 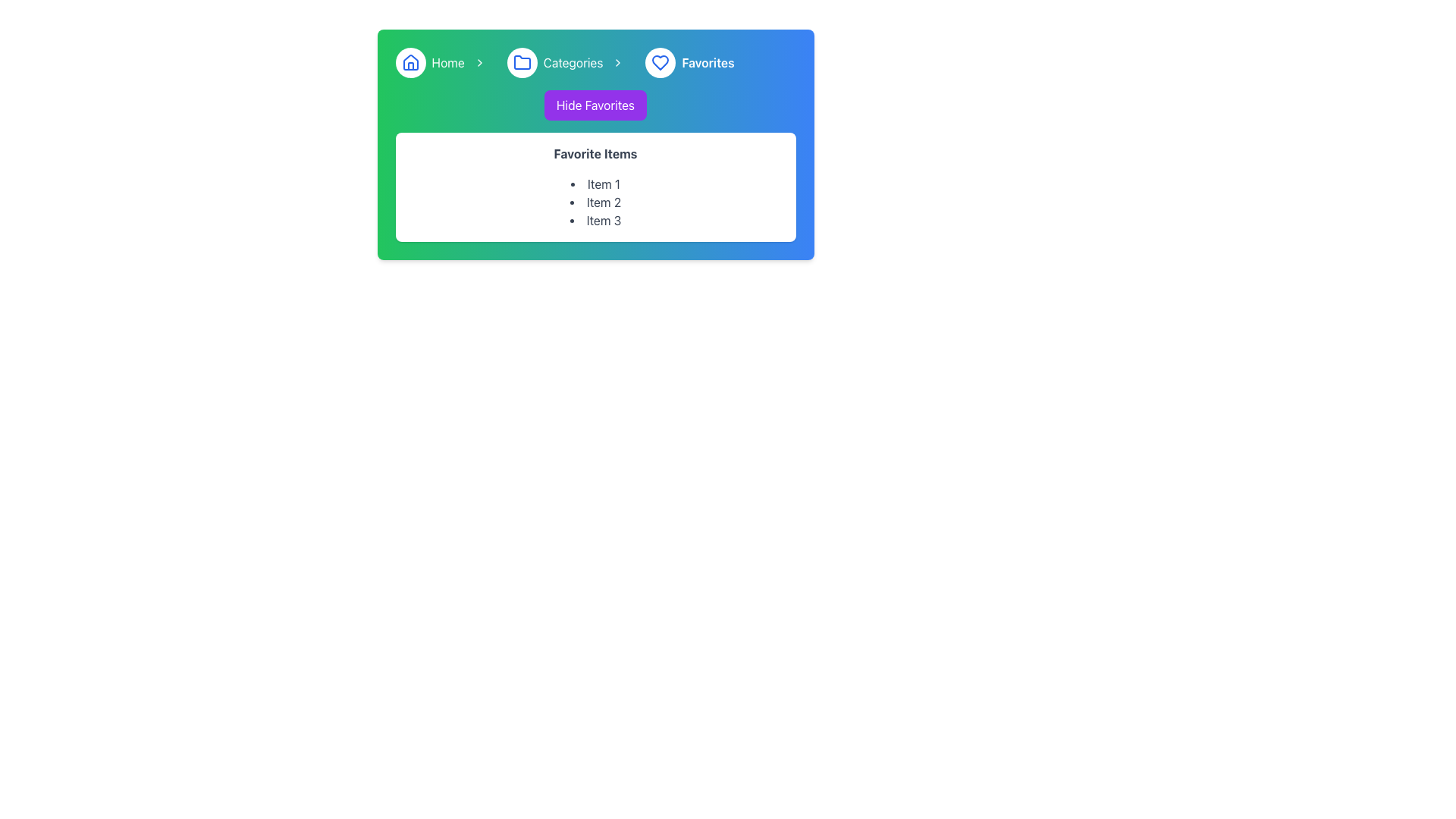 What do you see at coordinates (618, 62) in the screenshot?
I see `the fifth icon in the breadcrumb bar, which indicates navigation options to the right of the 'Categories' text` at bounding box center [618, 62].